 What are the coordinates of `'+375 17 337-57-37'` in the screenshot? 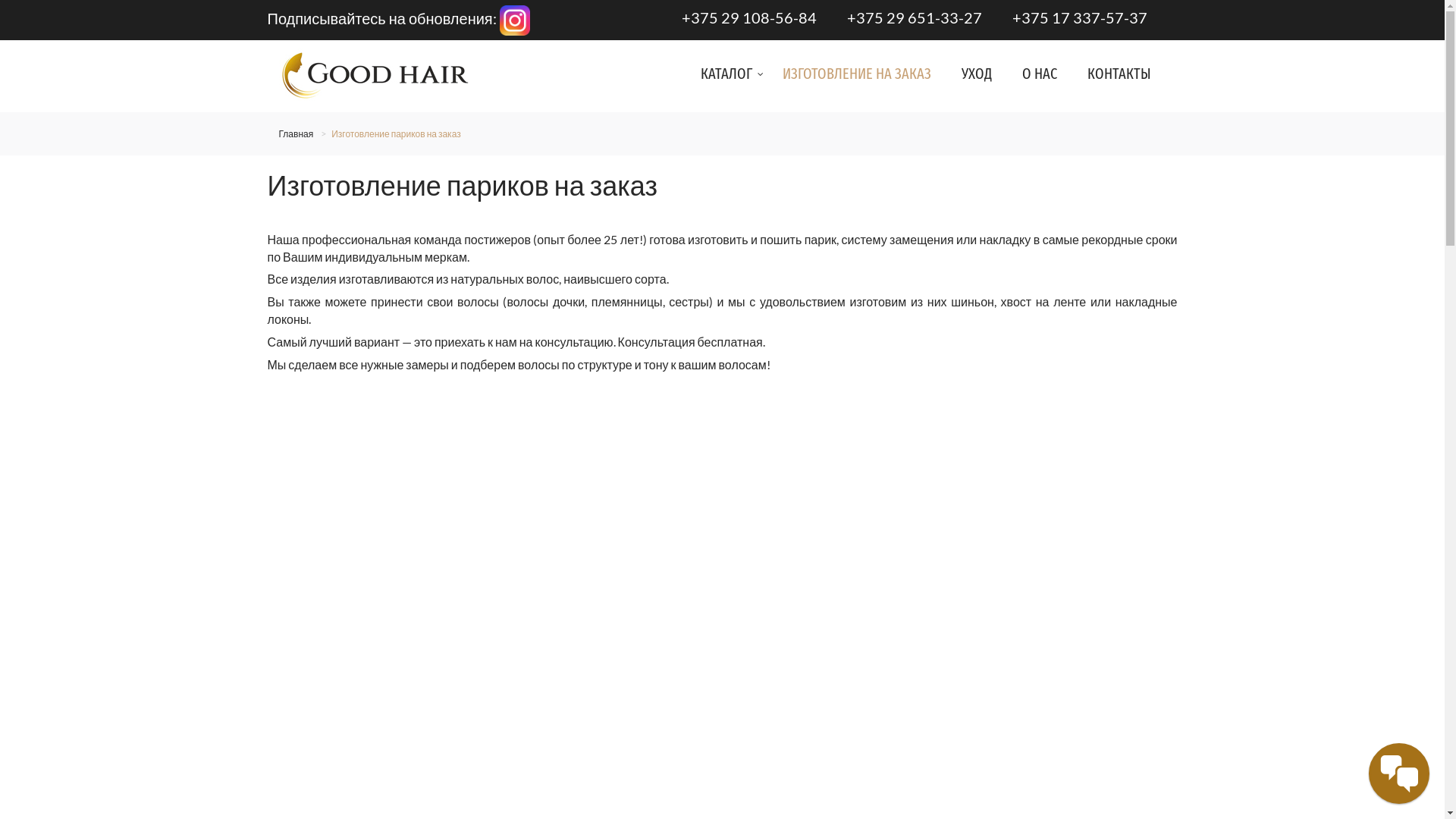 It's located at (1078, 17).